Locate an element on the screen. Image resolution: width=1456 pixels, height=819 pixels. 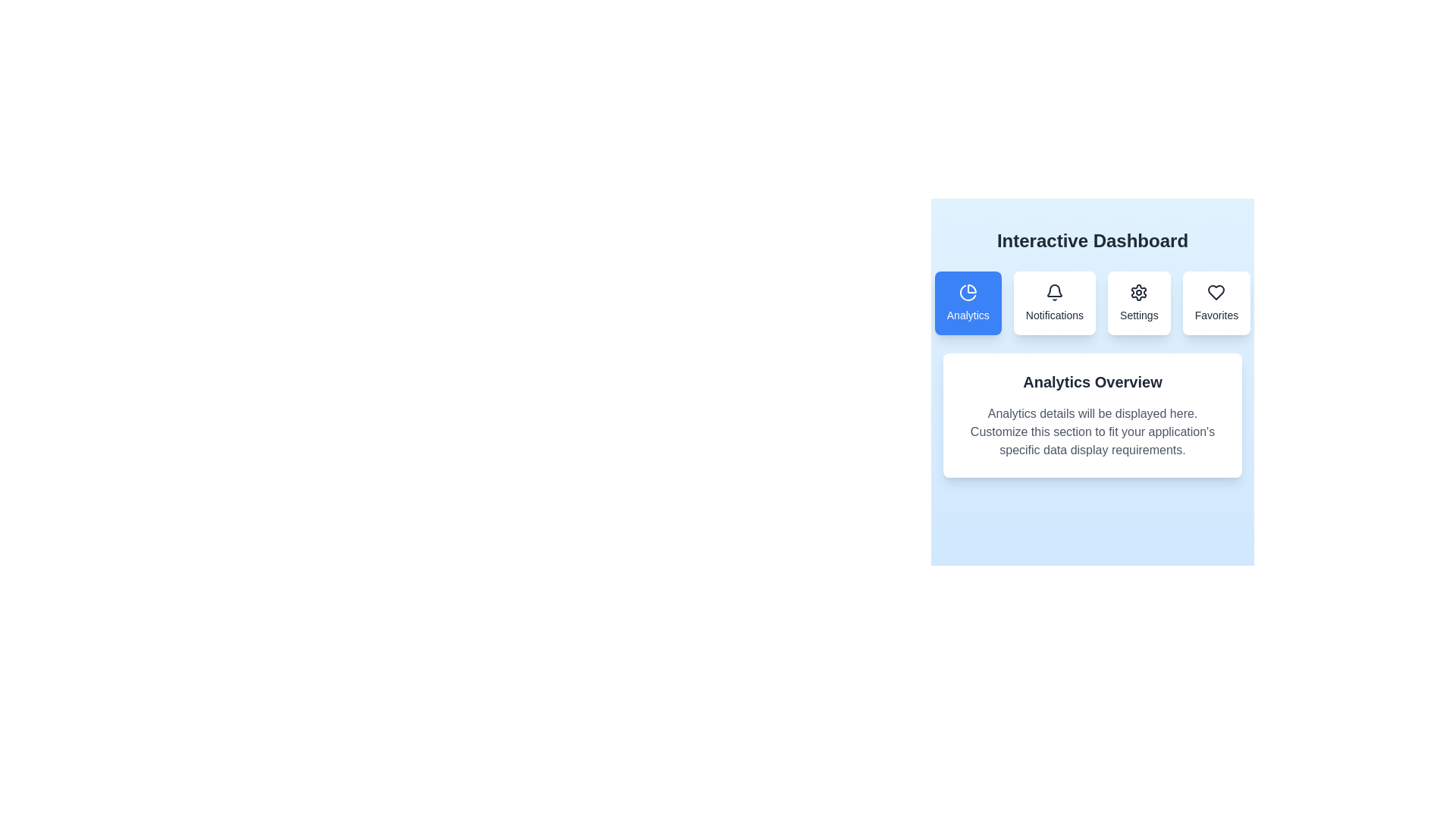
the 'Analytics Overview' informational section located beneath the row of buttons labeled 'Analytics', 'Notifications', 'Settings', and 'Favorites' is located at coordinates (1092, 374).